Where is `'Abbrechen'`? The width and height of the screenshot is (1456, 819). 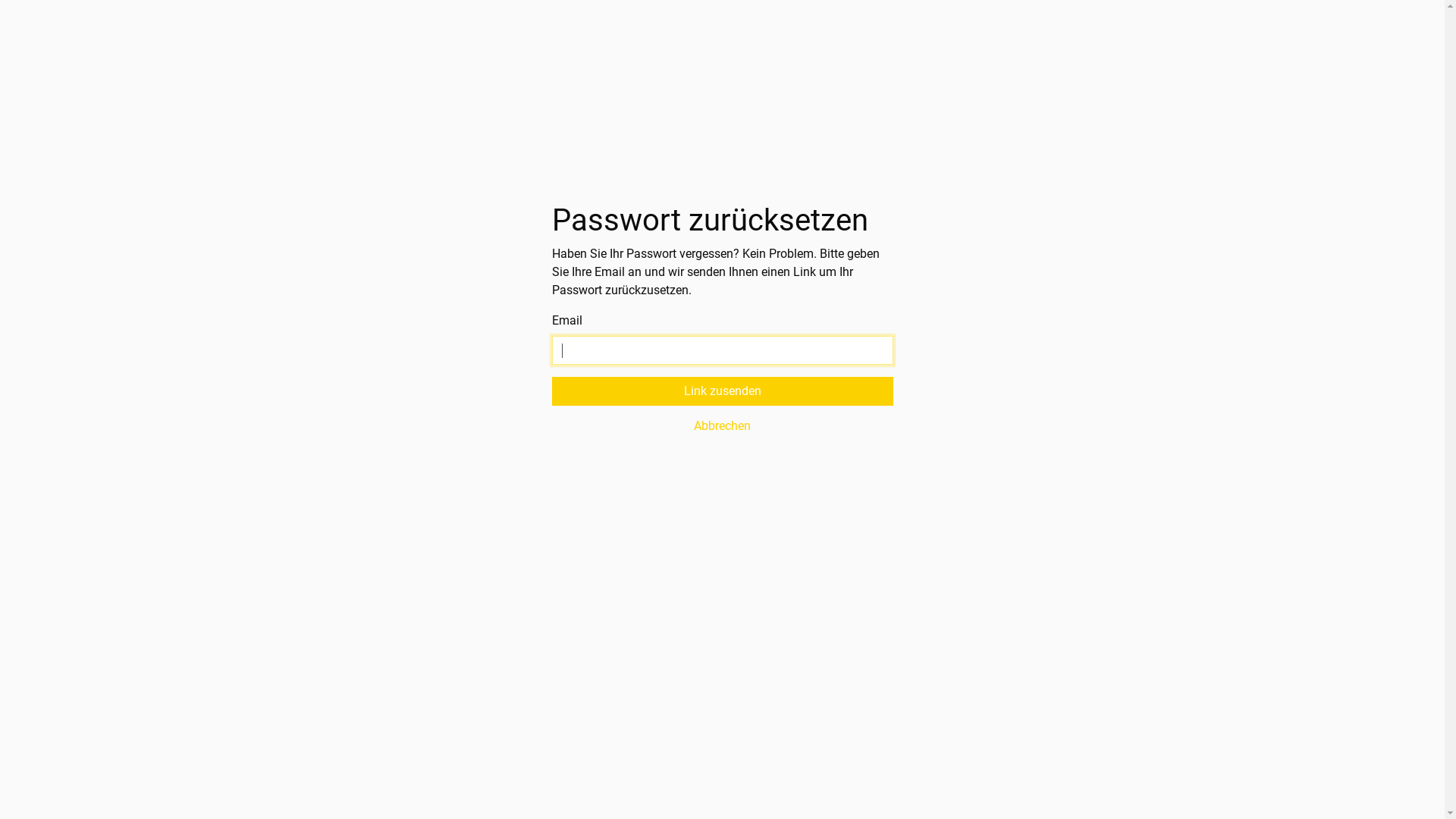 'Abbrechen' is located at coordinates (551, 426).